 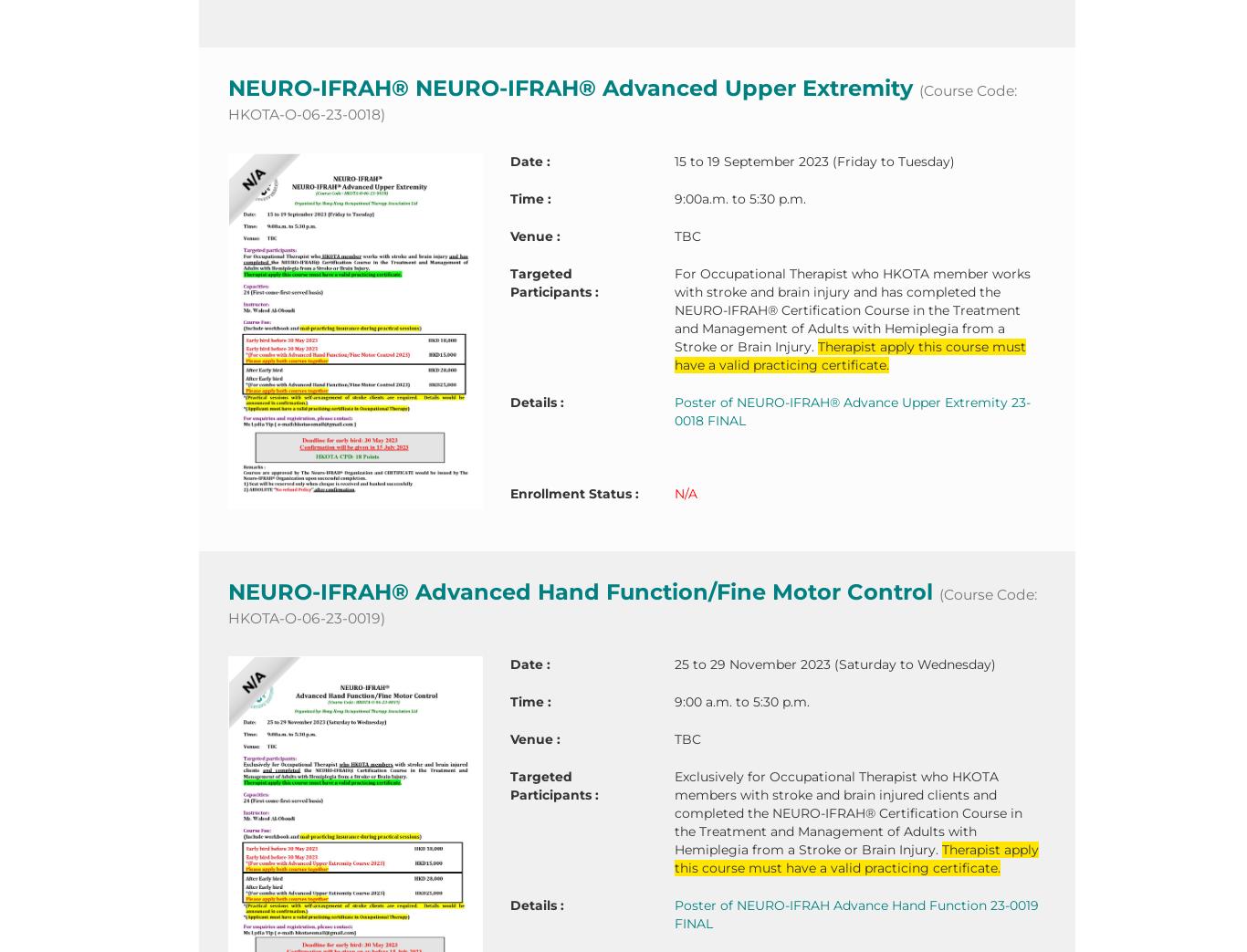 What do you see at coordinates (739, 701) in the screenshot?
I see `'9:00 a.m. to 5:30 p.m.'` at bounding box center [739, 701].